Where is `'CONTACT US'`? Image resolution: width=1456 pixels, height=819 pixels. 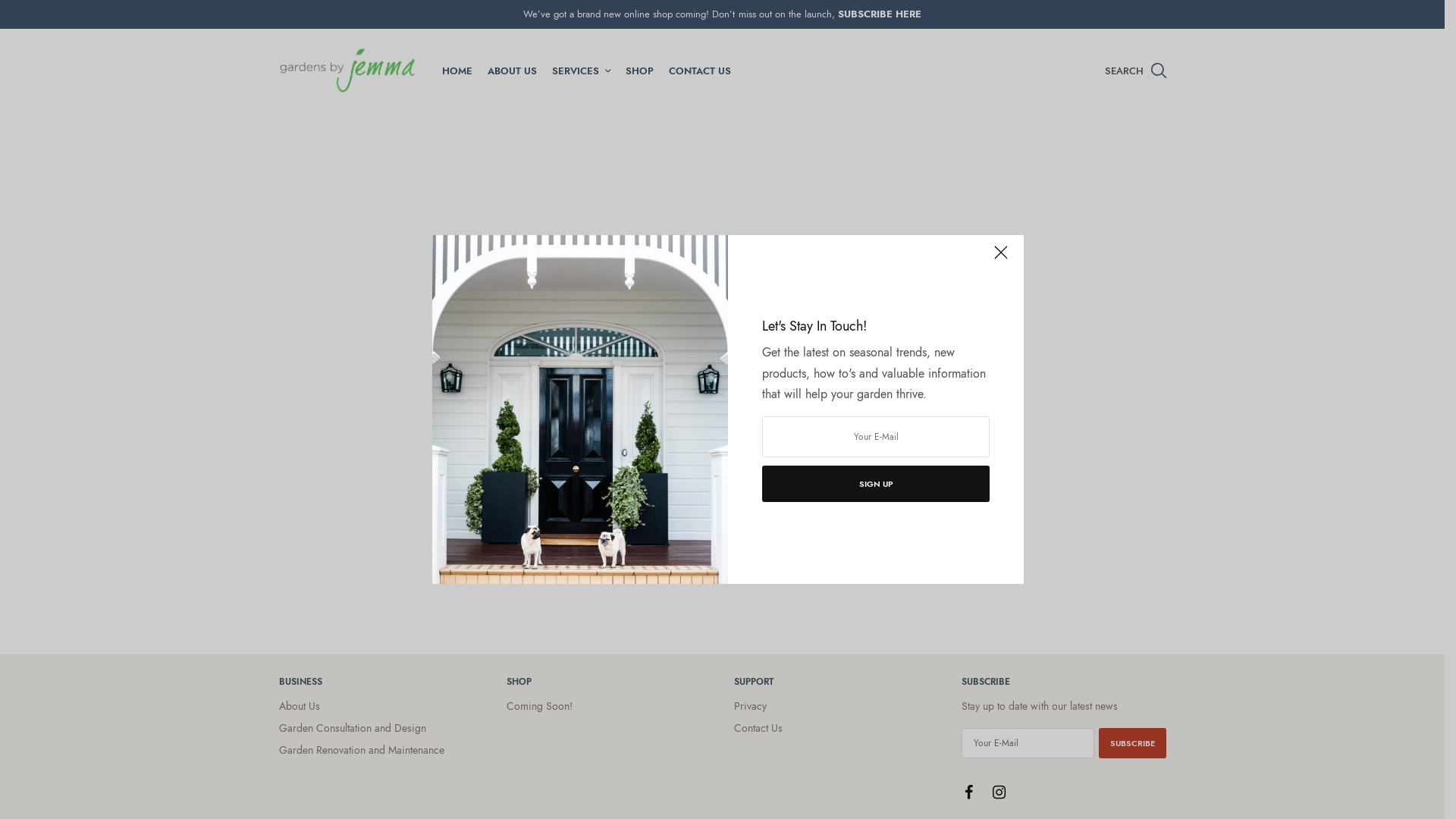 'CONTACT US' is located at coordinates (698, 71).